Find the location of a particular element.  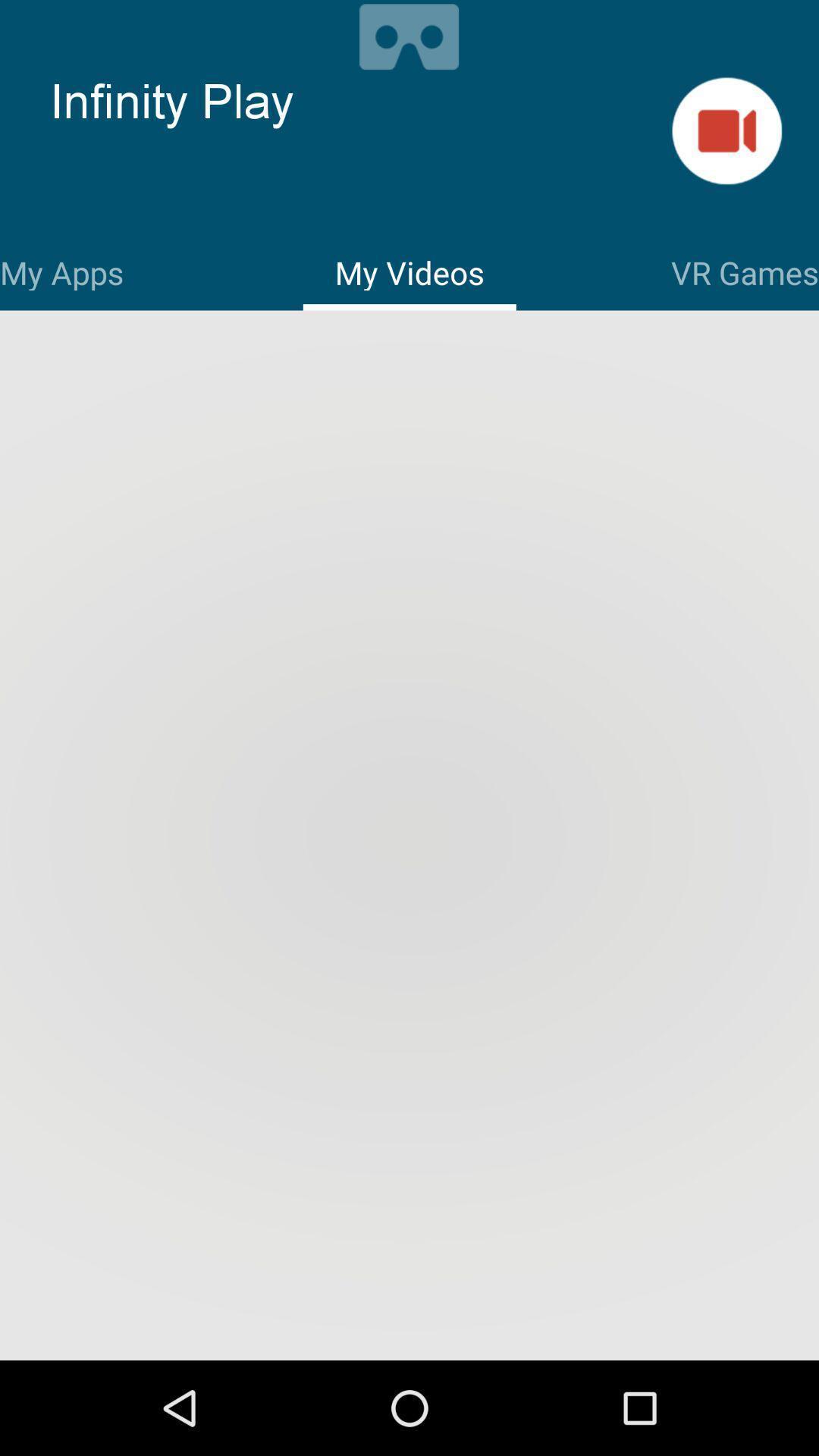

the item next to my videos icon is located at coordinates (744, 270).